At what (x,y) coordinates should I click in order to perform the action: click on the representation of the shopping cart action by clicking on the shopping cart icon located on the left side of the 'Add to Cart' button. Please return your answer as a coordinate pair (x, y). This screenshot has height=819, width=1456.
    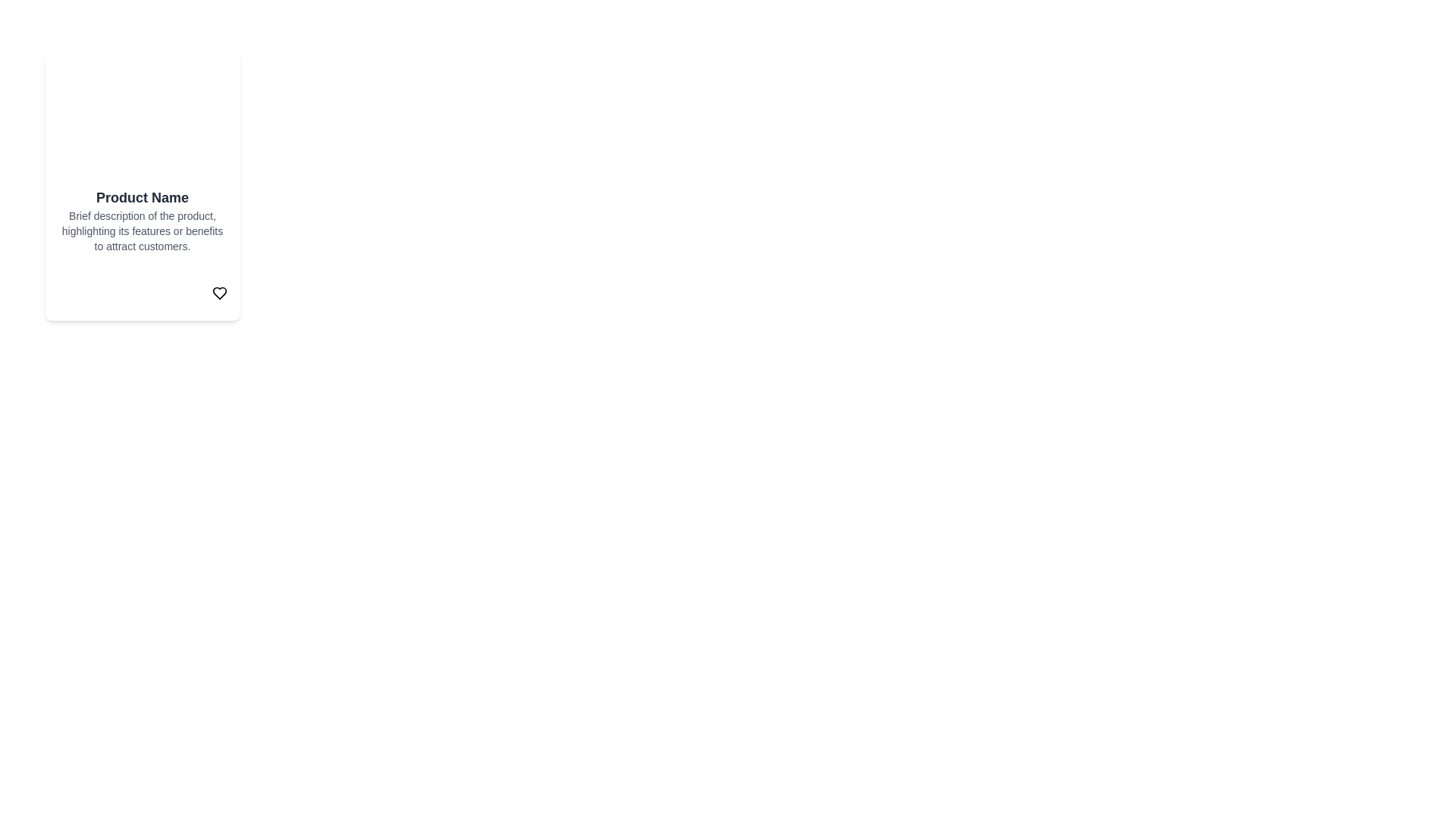
    Looking at the image, I should click on (75, 293).